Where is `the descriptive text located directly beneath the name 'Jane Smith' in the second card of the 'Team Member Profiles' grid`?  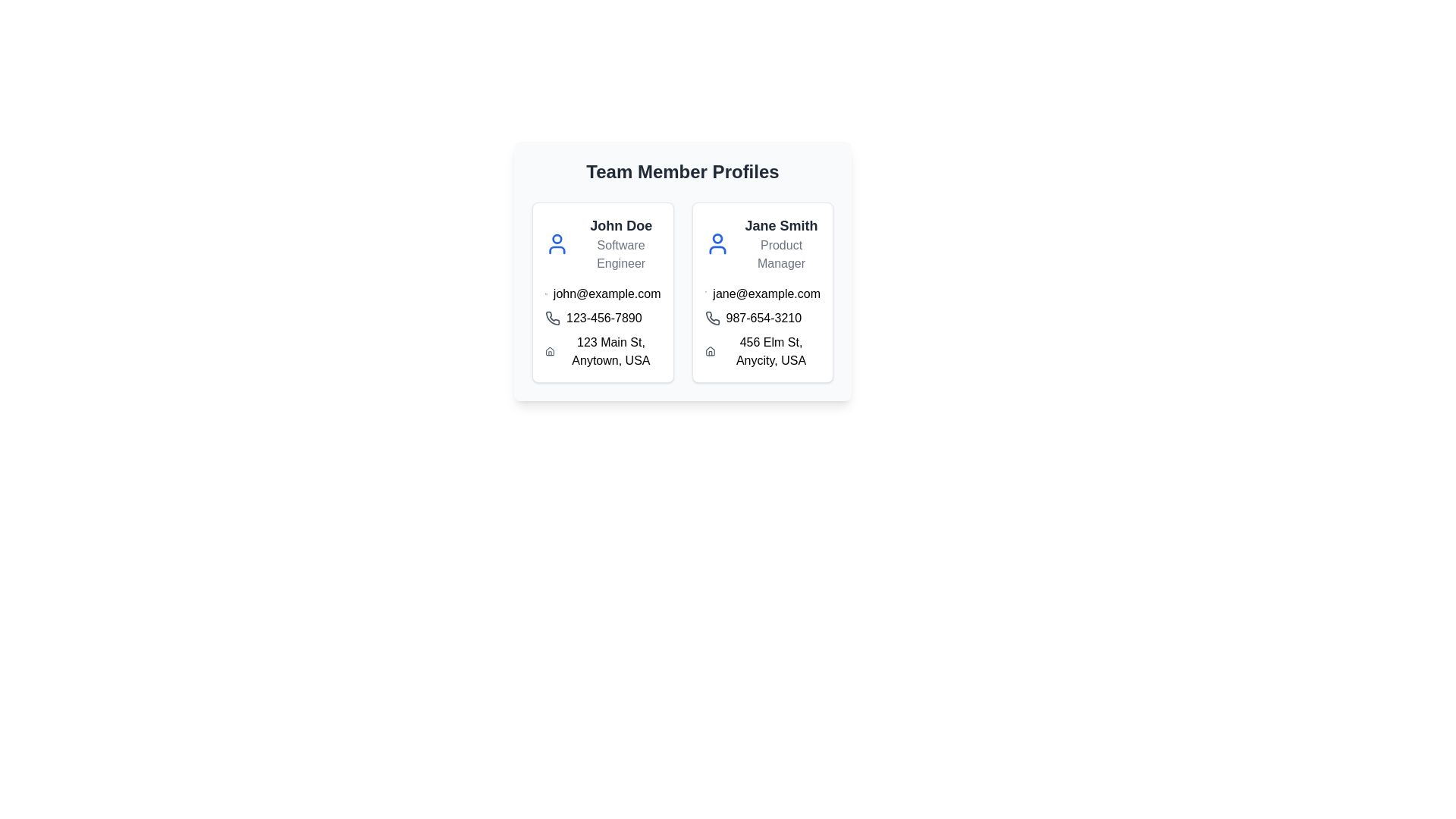
the descriptive text located directly beneath the name 'Jane Smith' in the second card of the 'Team Member Profiles' grid is located at coordinates (781, 253).